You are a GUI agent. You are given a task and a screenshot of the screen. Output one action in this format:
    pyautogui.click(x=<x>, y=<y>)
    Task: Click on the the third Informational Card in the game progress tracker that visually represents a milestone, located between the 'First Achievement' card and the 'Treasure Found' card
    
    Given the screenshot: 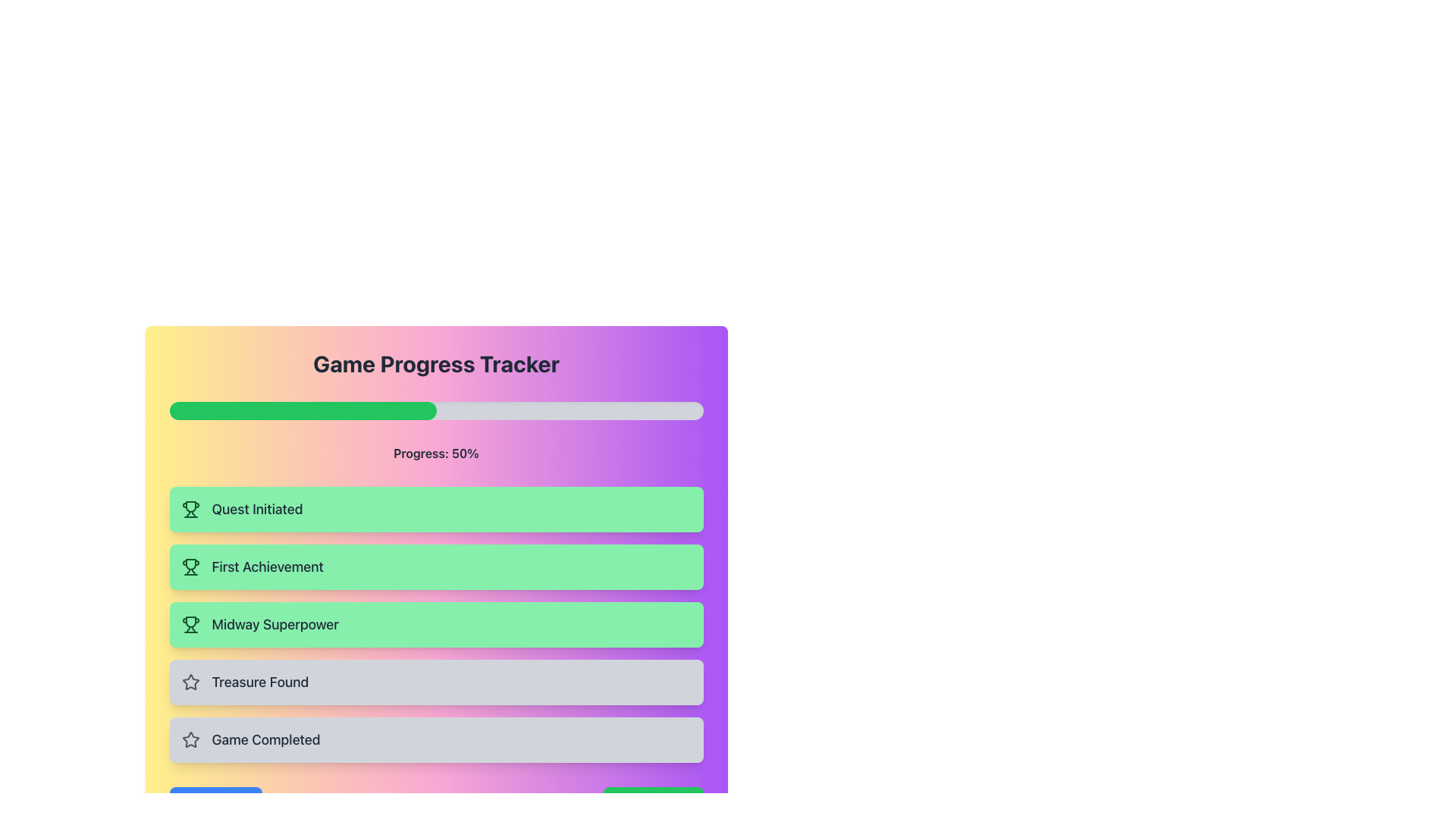 What is the action you would take?
    pyautogui.click(x=435, y=625)
    